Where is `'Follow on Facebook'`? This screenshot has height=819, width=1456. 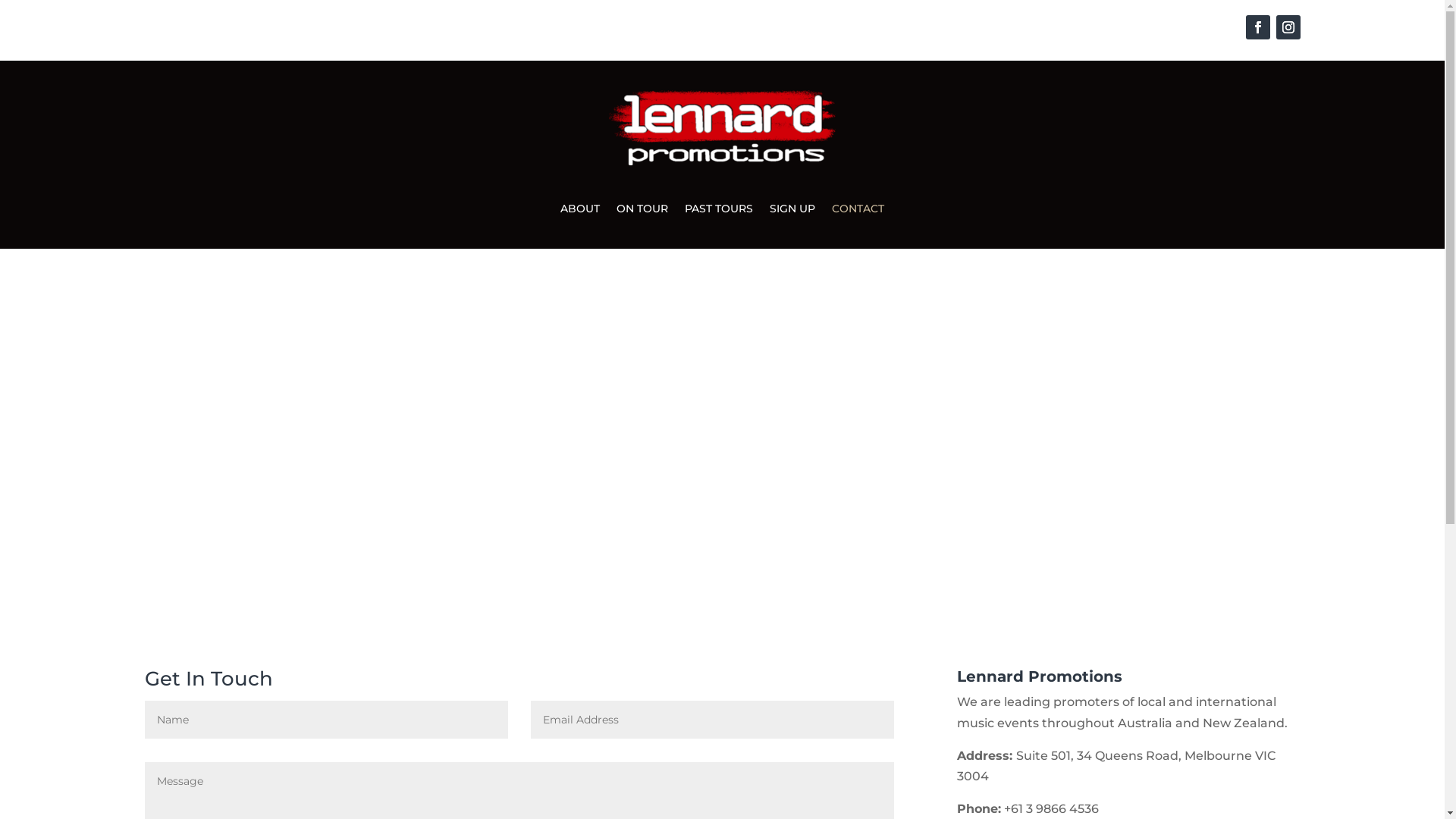 'Follow on Facebook' is located at coordinates (1257, 27).